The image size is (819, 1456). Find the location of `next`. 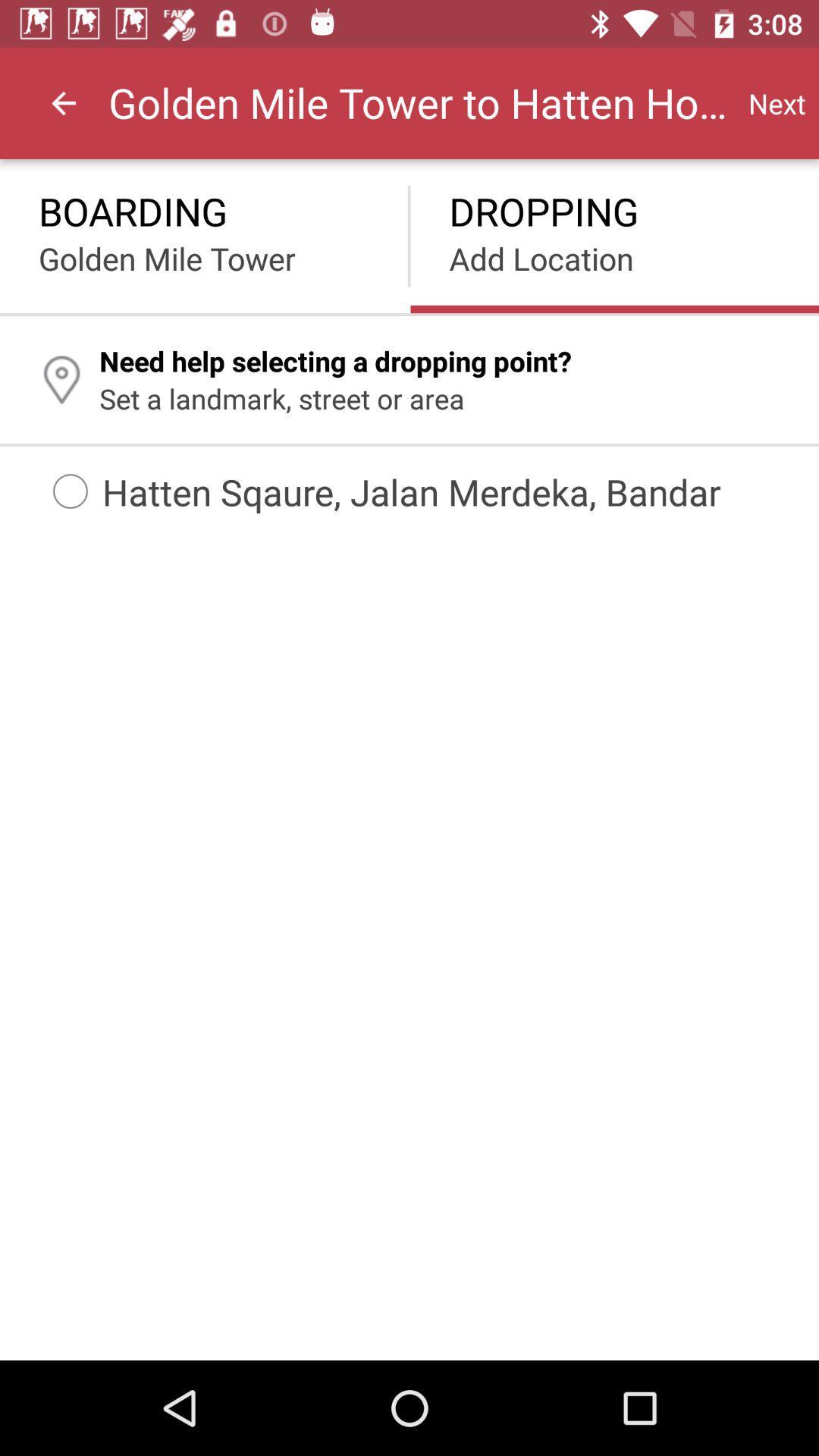

next is located at coordinates (777, 102).